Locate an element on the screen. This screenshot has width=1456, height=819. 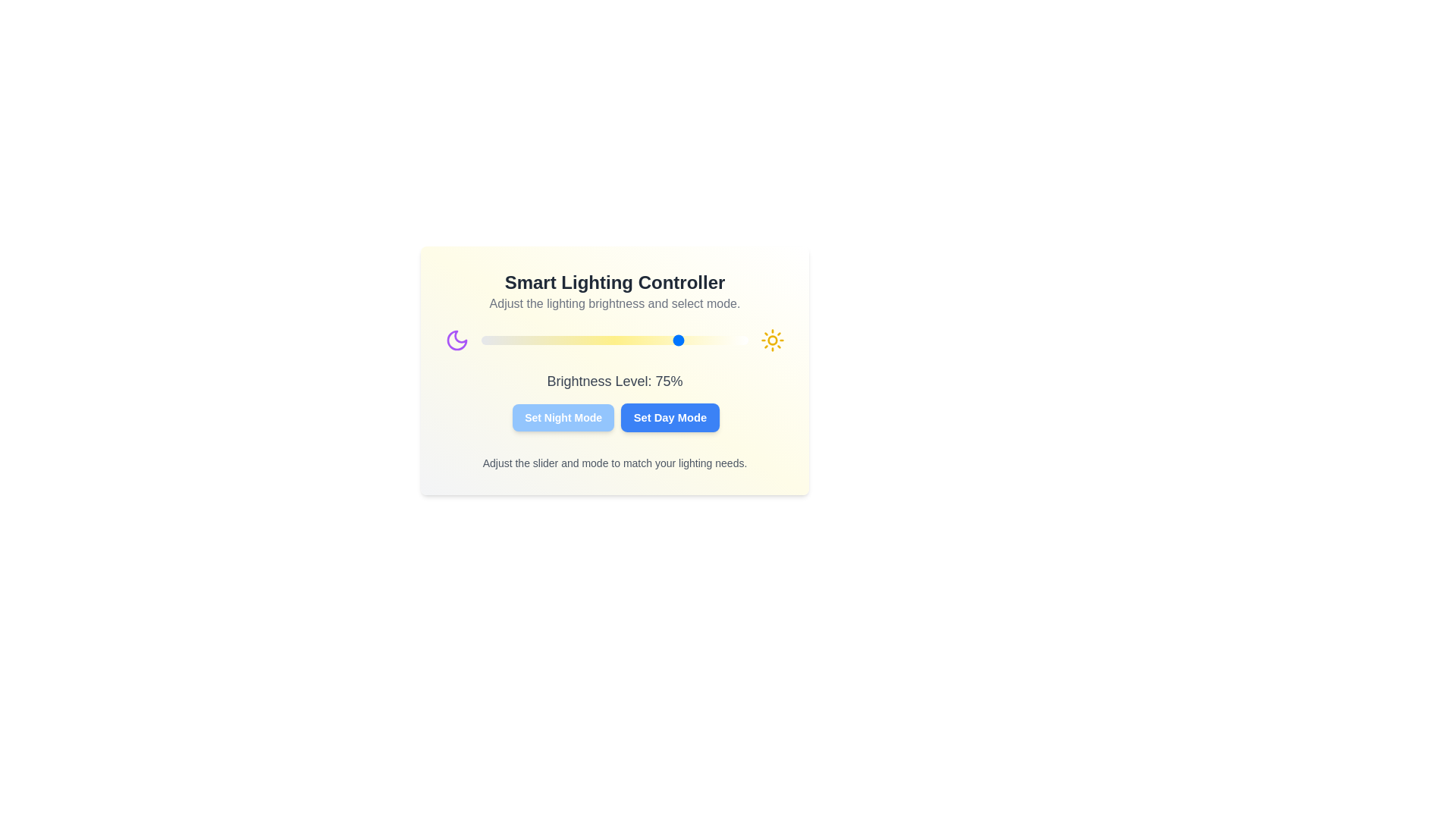
'Set Night Mode' button is located at coordinates (563, 418).